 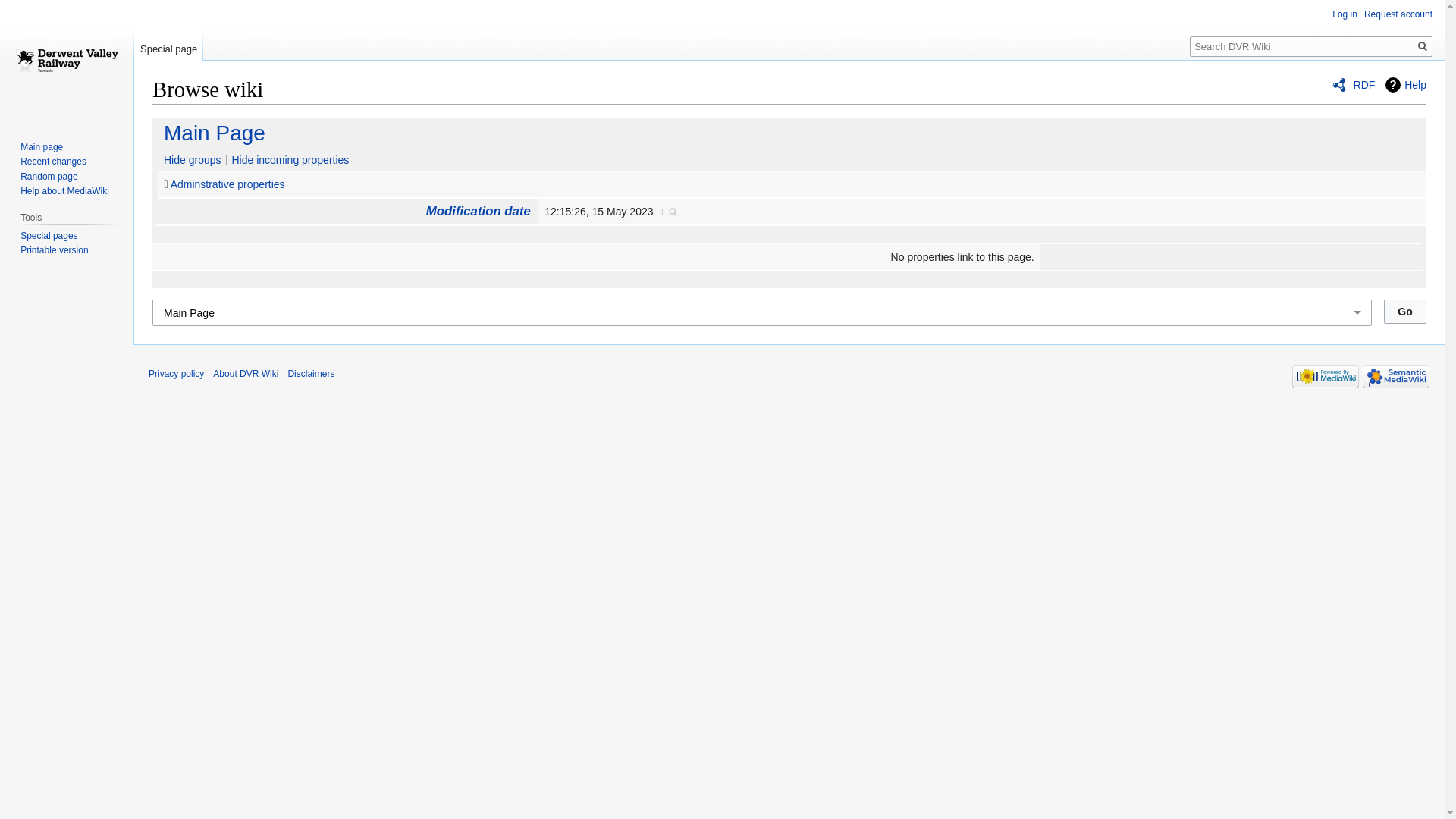 I want to click on 'Help about MediaWiki', so click(x=64, y=190).